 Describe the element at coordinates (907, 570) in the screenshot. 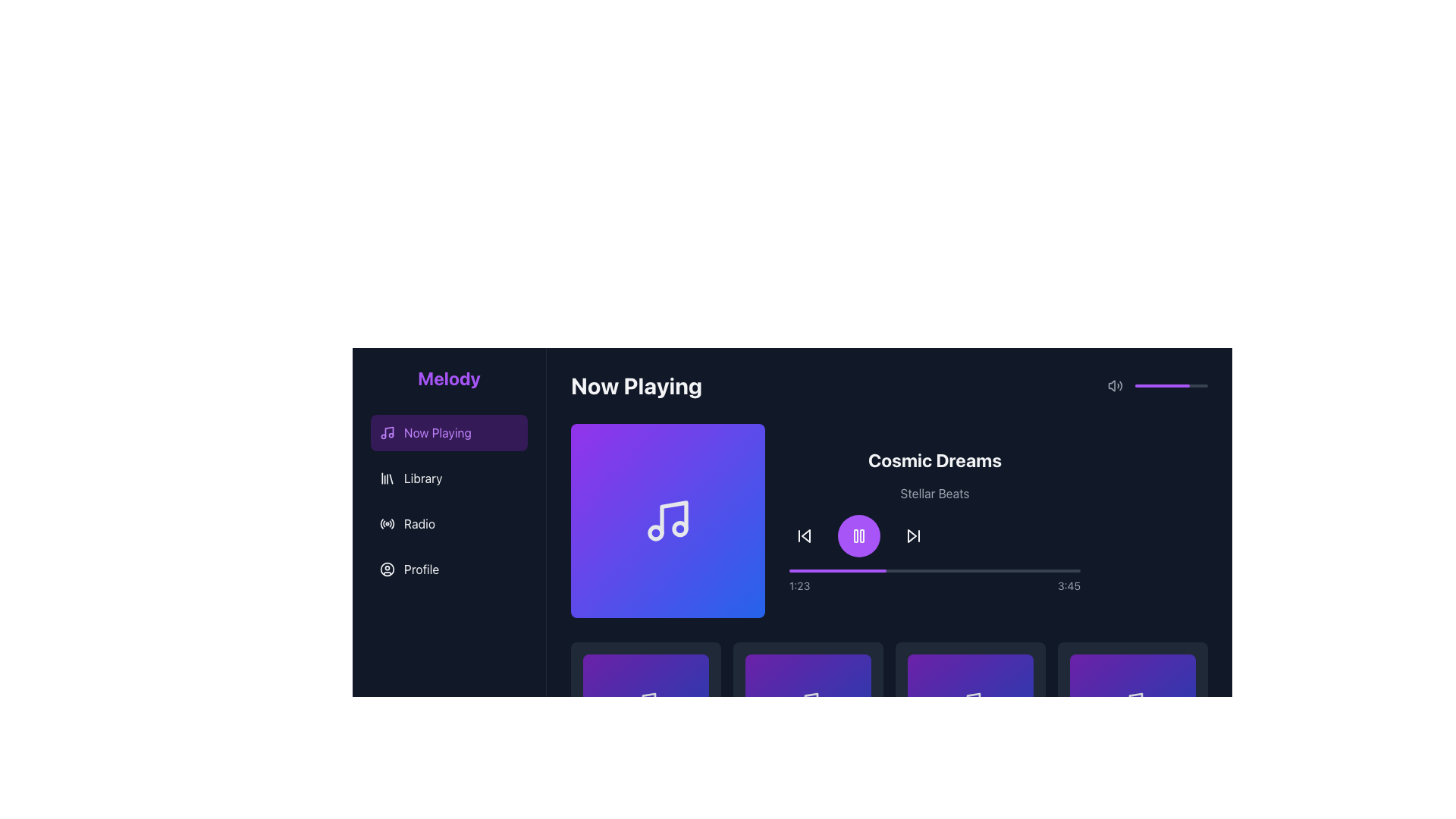

I see `media playback` at that location.